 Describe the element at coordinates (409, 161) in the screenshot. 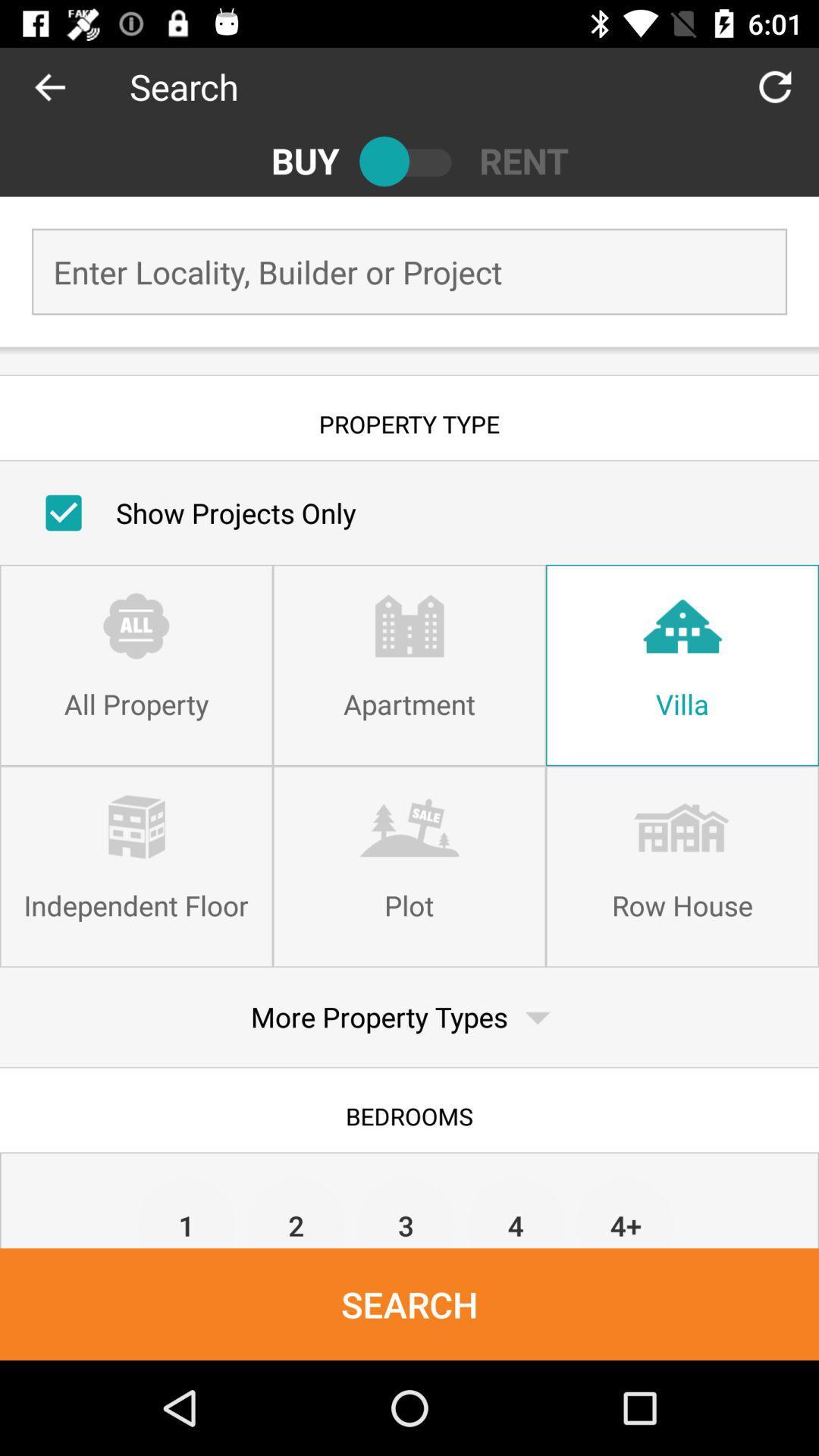

I see `between properties to rent or to buy` at that location.